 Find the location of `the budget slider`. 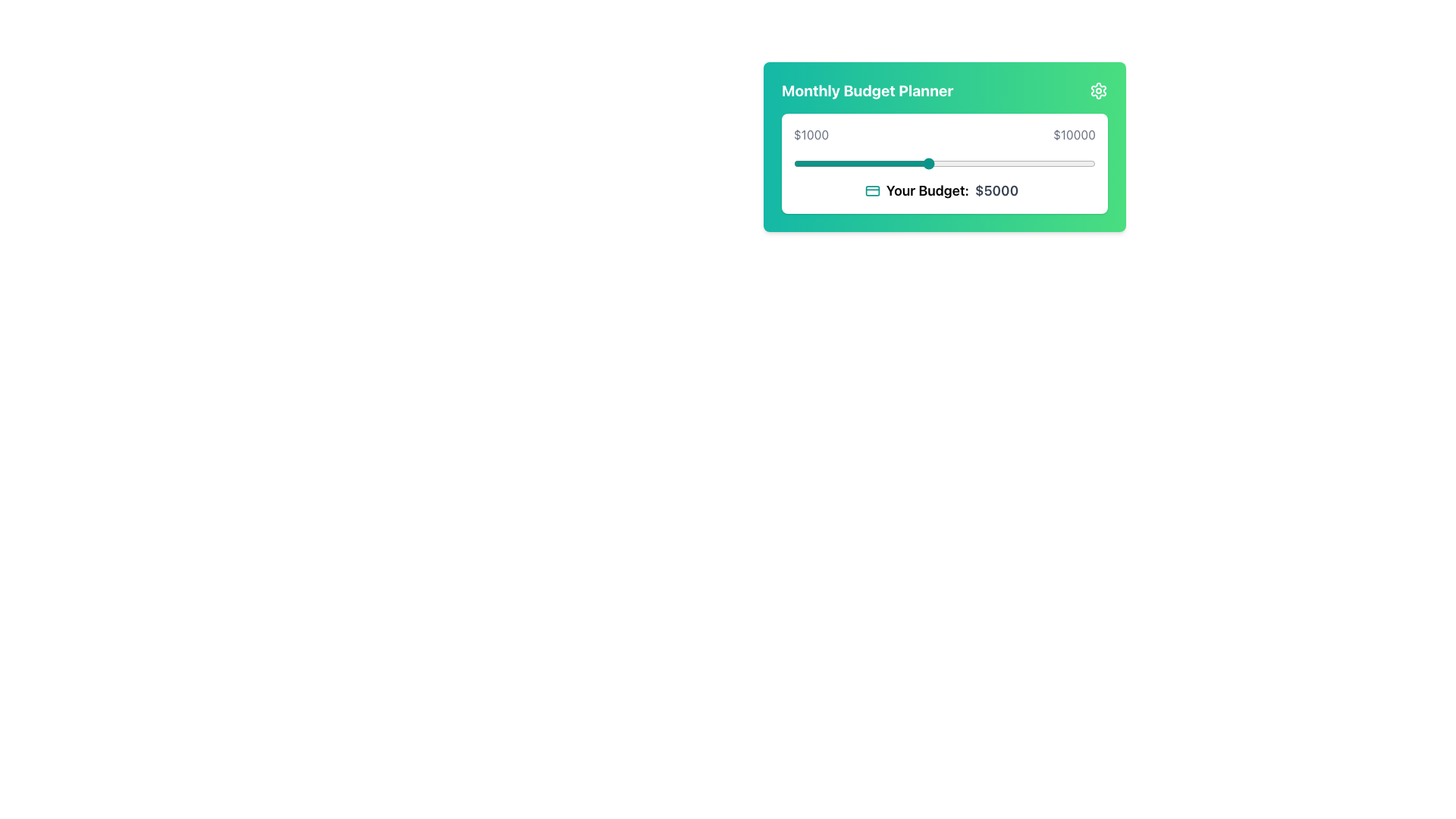

the budget slider is located at coordinates (858, 164).